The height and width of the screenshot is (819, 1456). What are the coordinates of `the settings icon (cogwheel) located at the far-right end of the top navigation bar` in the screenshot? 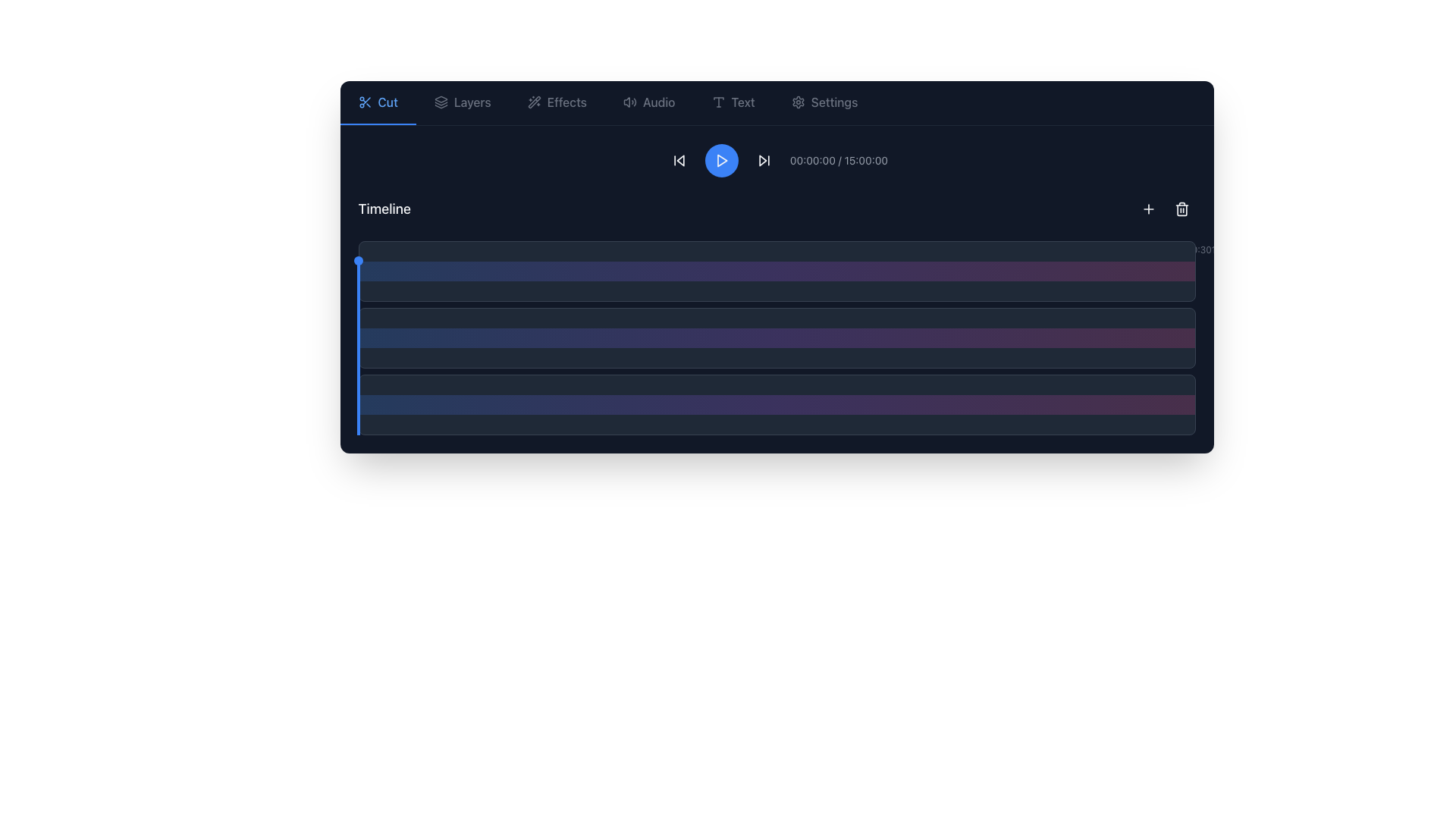 It's located at (797, 102).